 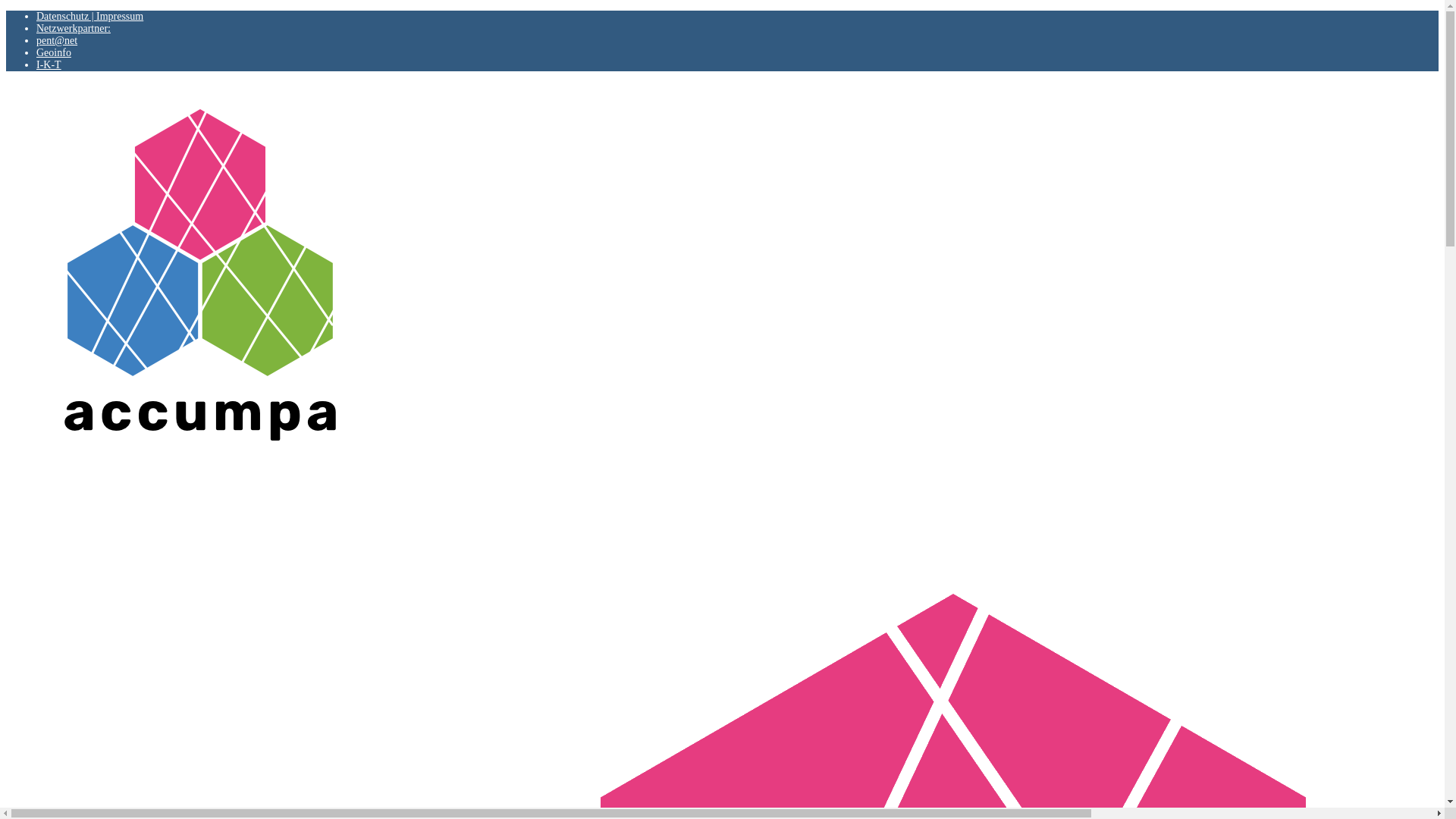 I want to click on 'pent@net', so click(x=57, y=39).